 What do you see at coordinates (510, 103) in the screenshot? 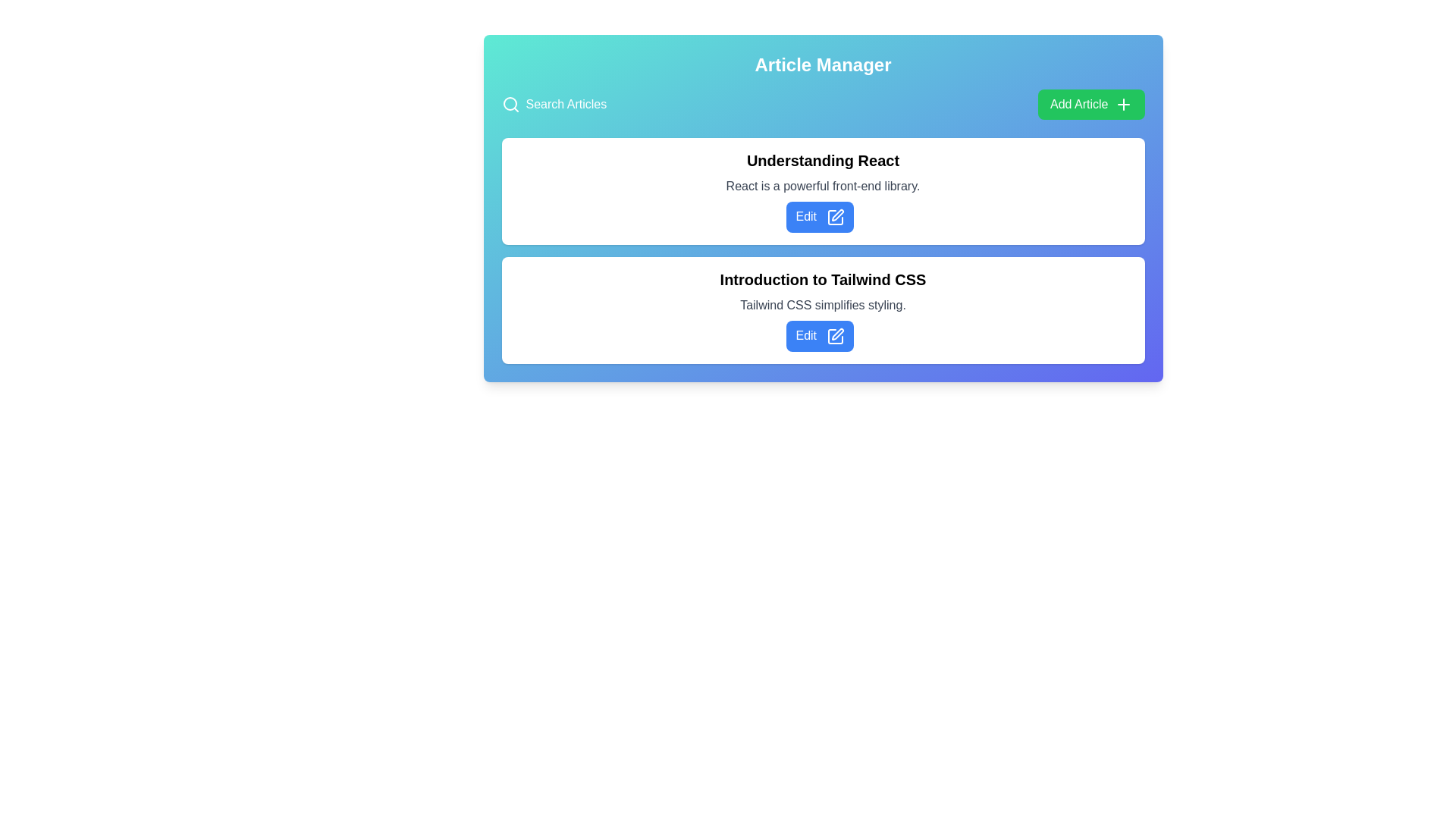
I see `the circular search icon located to the left of the 'Search Articles' text in the header bar` at bounding box center [510, 103].